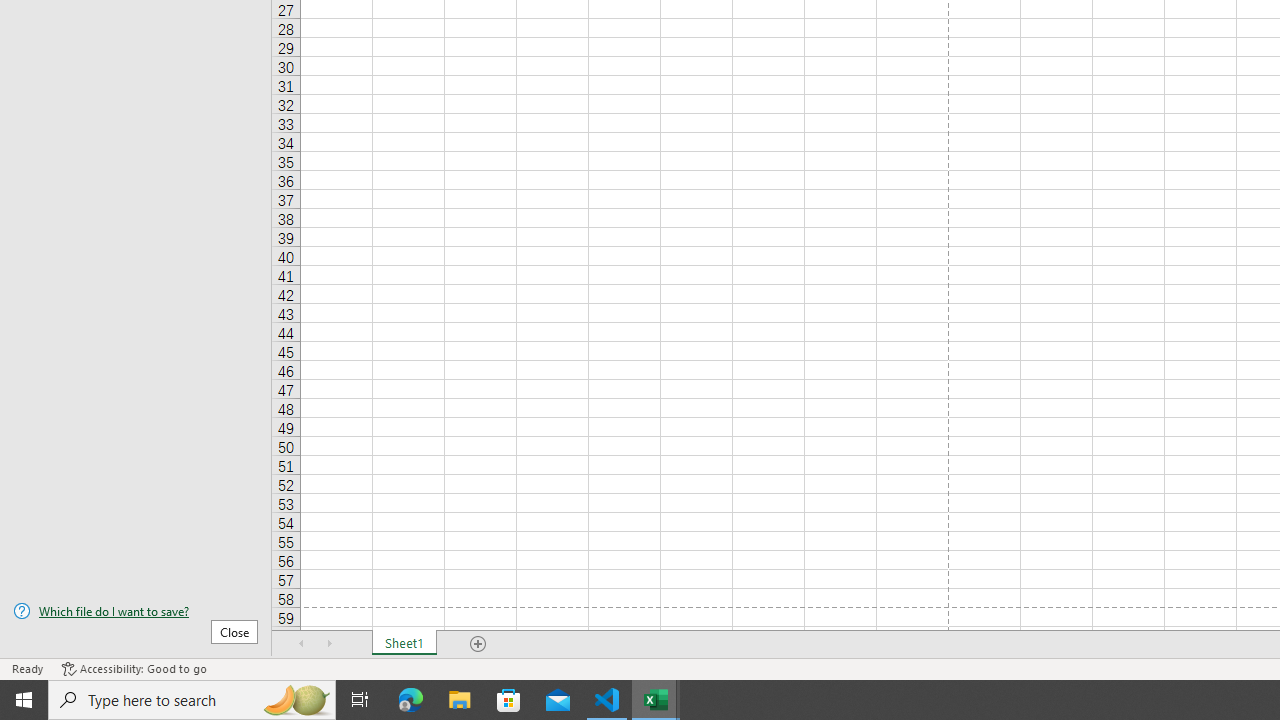 The width and height of the screenshot is (1280, 720). Describe the element at coordinates (477, 644) in the screenshot. I see `'Add Sheet'` at that location.